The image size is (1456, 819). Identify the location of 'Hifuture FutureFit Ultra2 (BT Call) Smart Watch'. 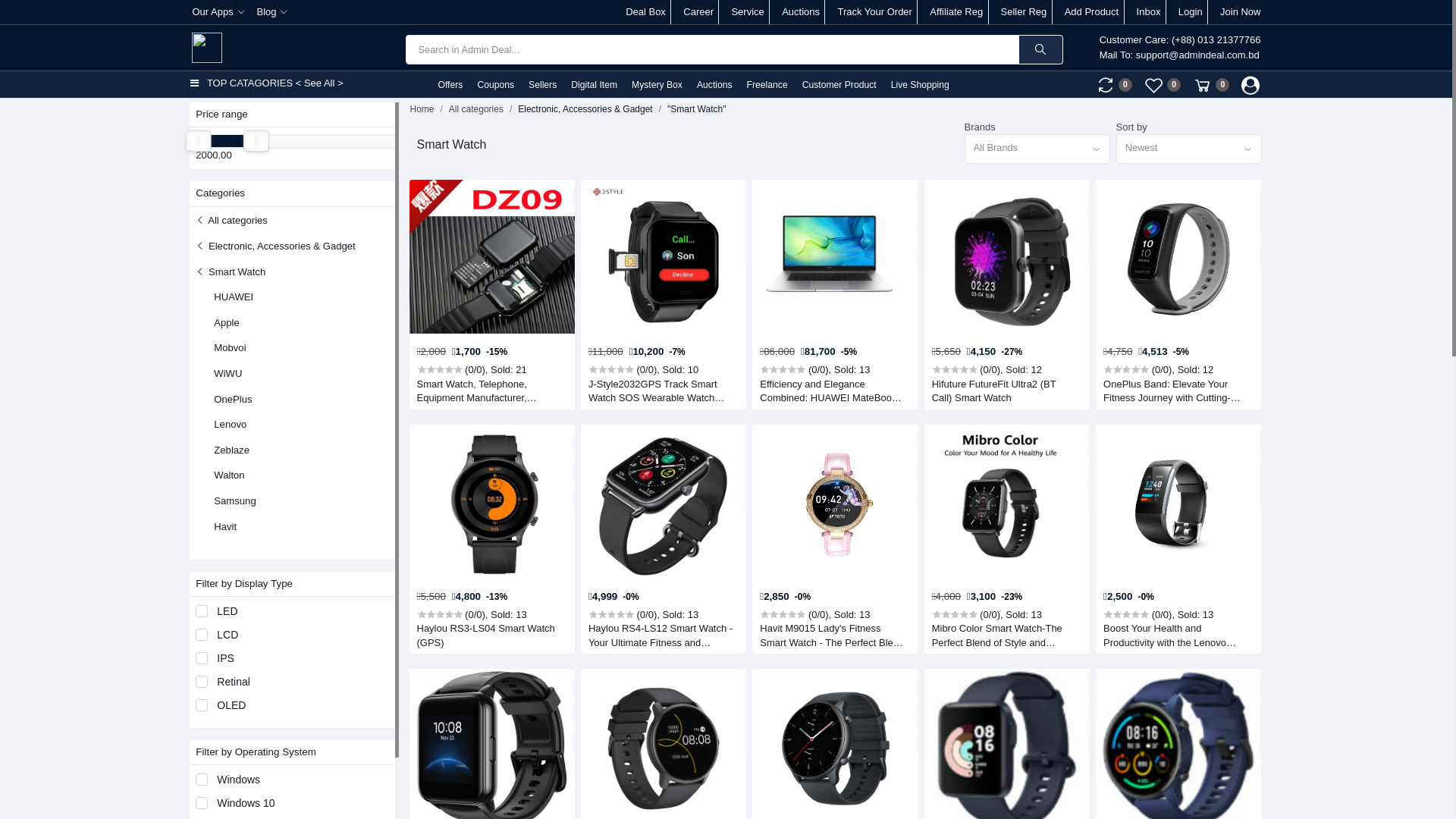
(1004, 391).